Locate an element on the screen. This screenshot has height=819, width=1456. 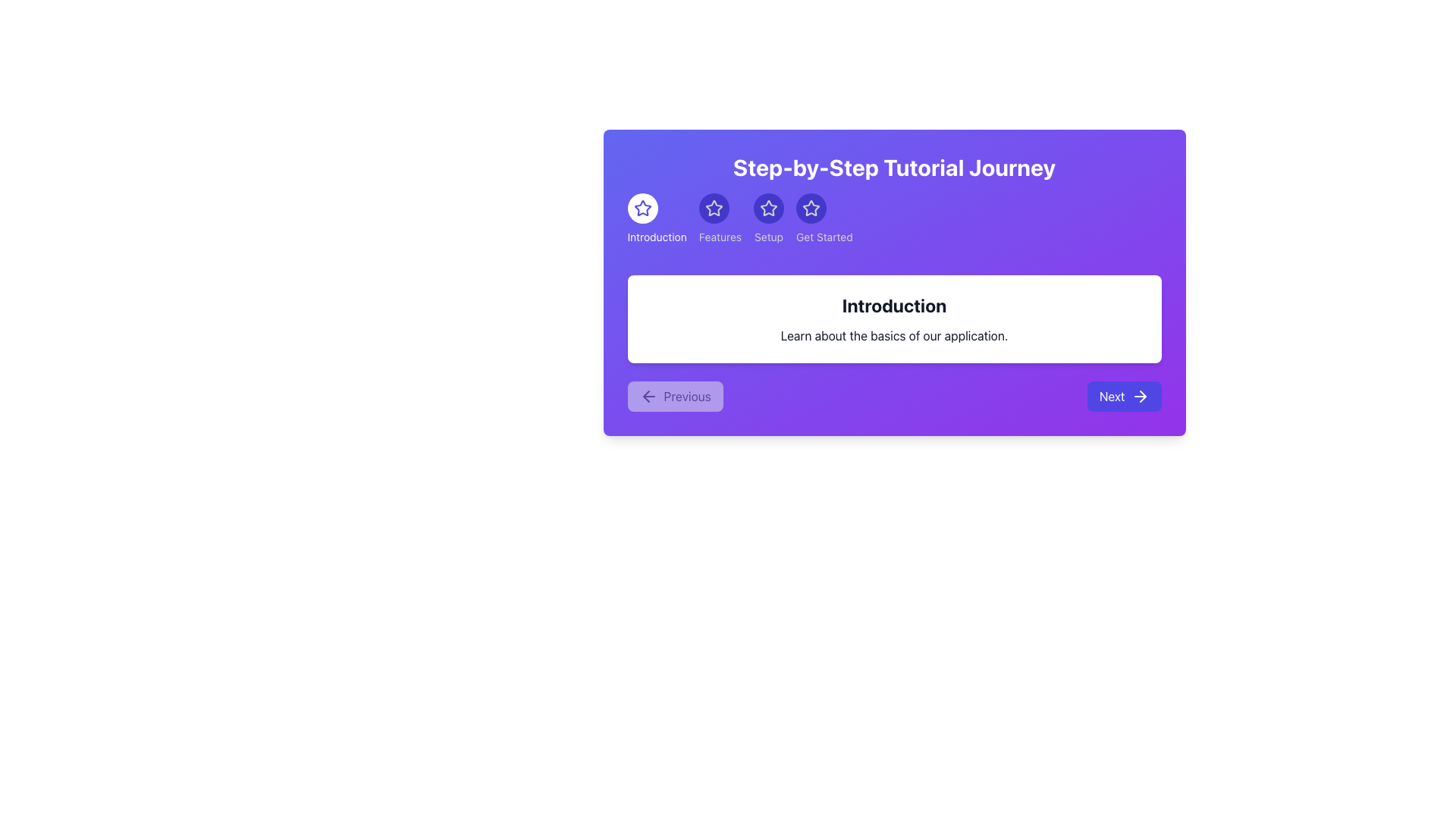
the icon positioned on the right side of the 'Next' button in the lower-right portion of the purple card area is located at coordinates (1140, 396).